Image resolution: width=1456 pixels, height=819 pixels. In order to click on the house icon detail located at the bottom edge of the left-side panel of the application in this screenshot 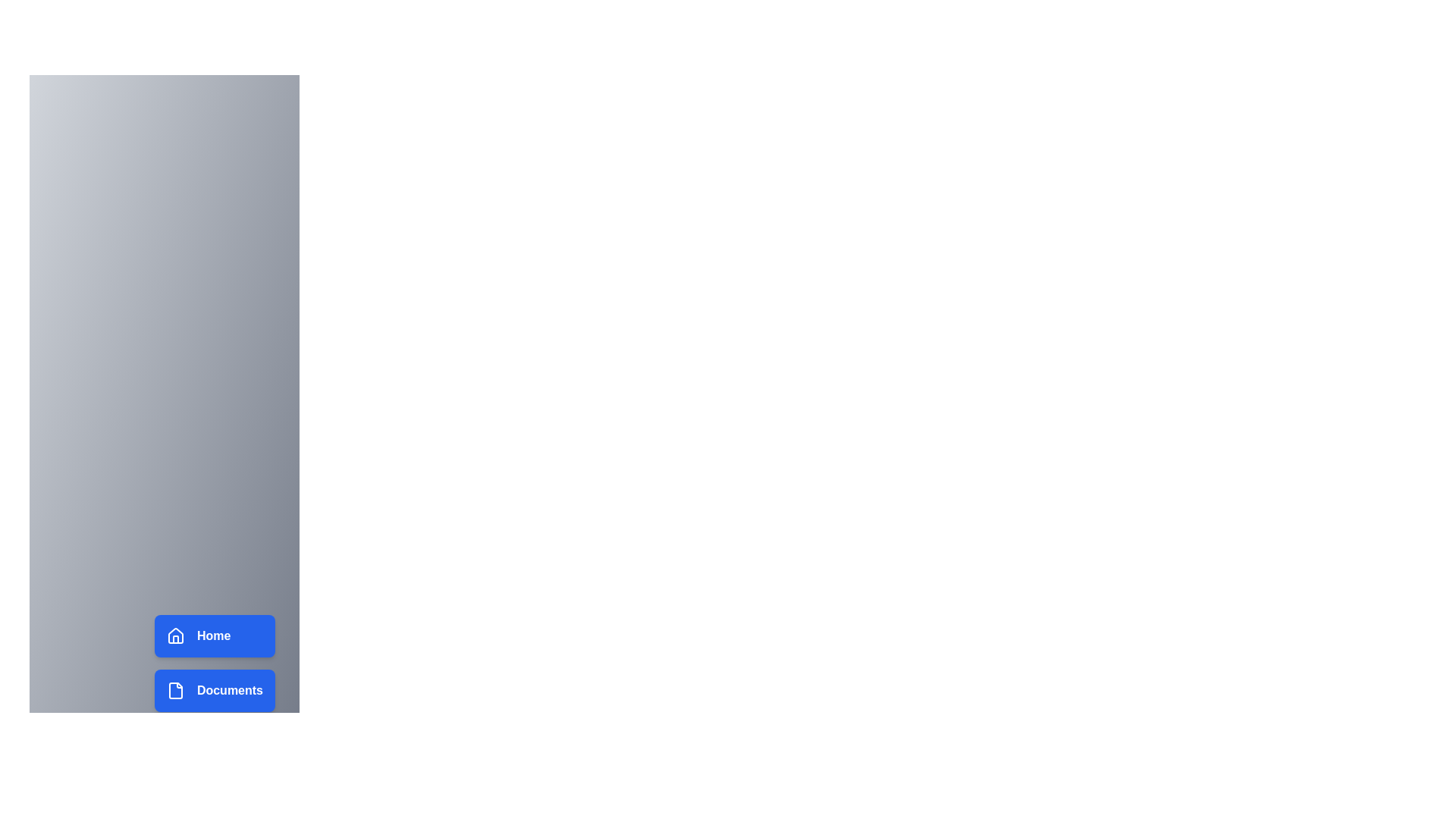, I will do `click(175, 639)`.